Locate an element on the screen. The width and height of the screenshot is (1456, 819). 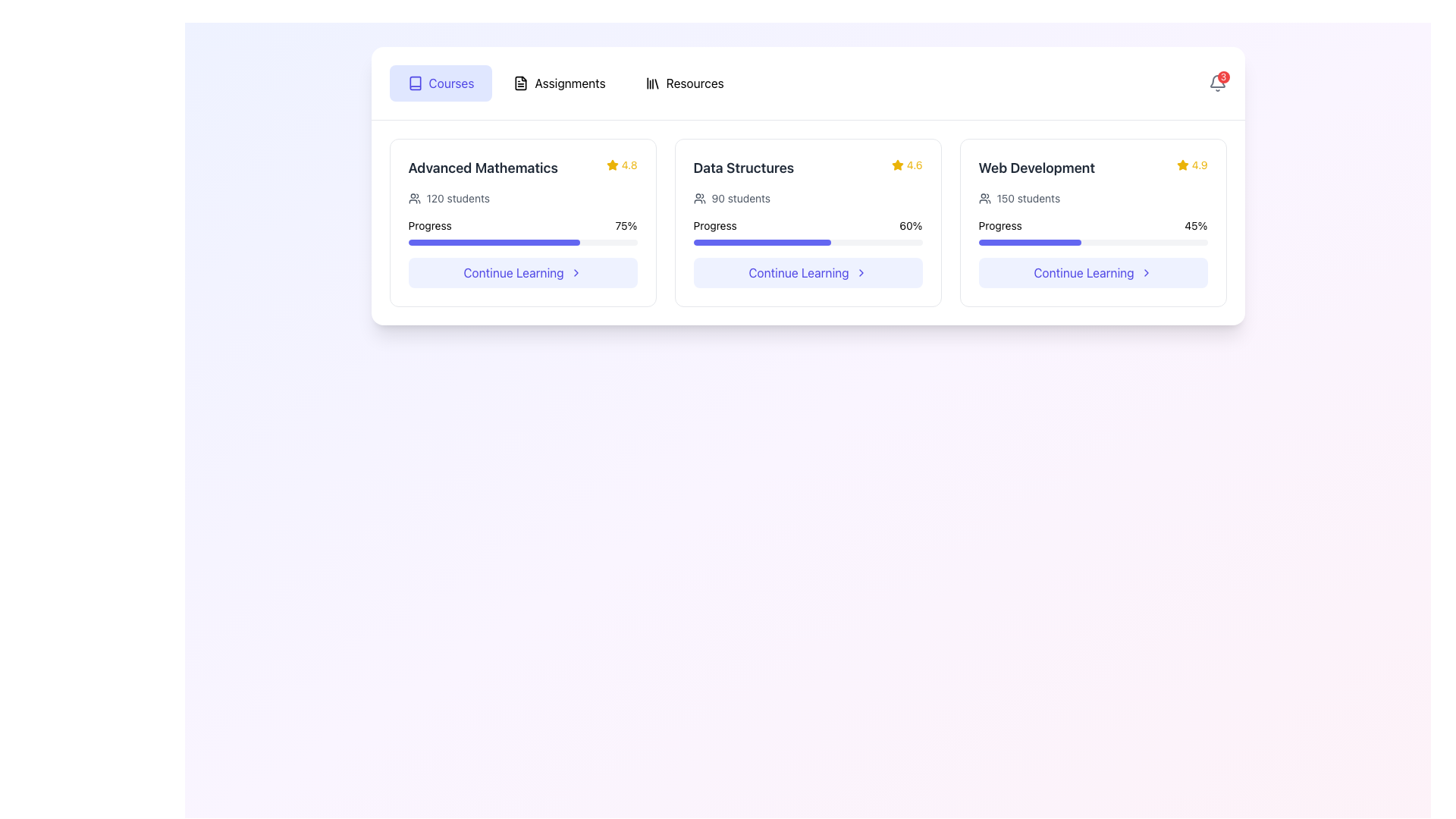
the 'Resources' button in the navigation menu to trigger visual feedback for interaction is located at coordinates (683, 83).